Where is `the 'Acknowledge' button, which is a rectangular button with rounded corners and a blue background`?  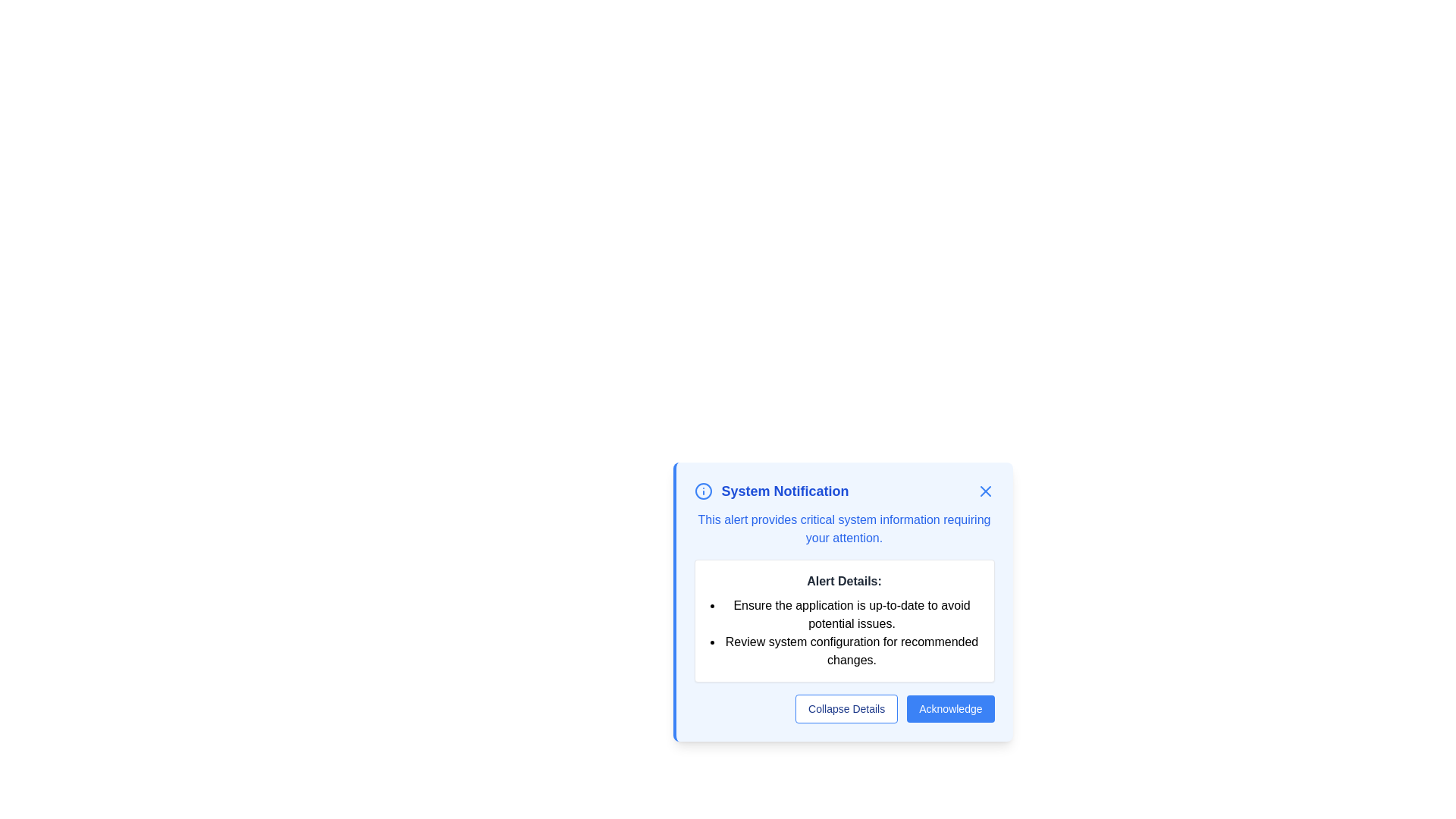 the 'Acknowledge' button, which is a rectangular button with rounded corners and a blue background is located at coordinates (949, 708).